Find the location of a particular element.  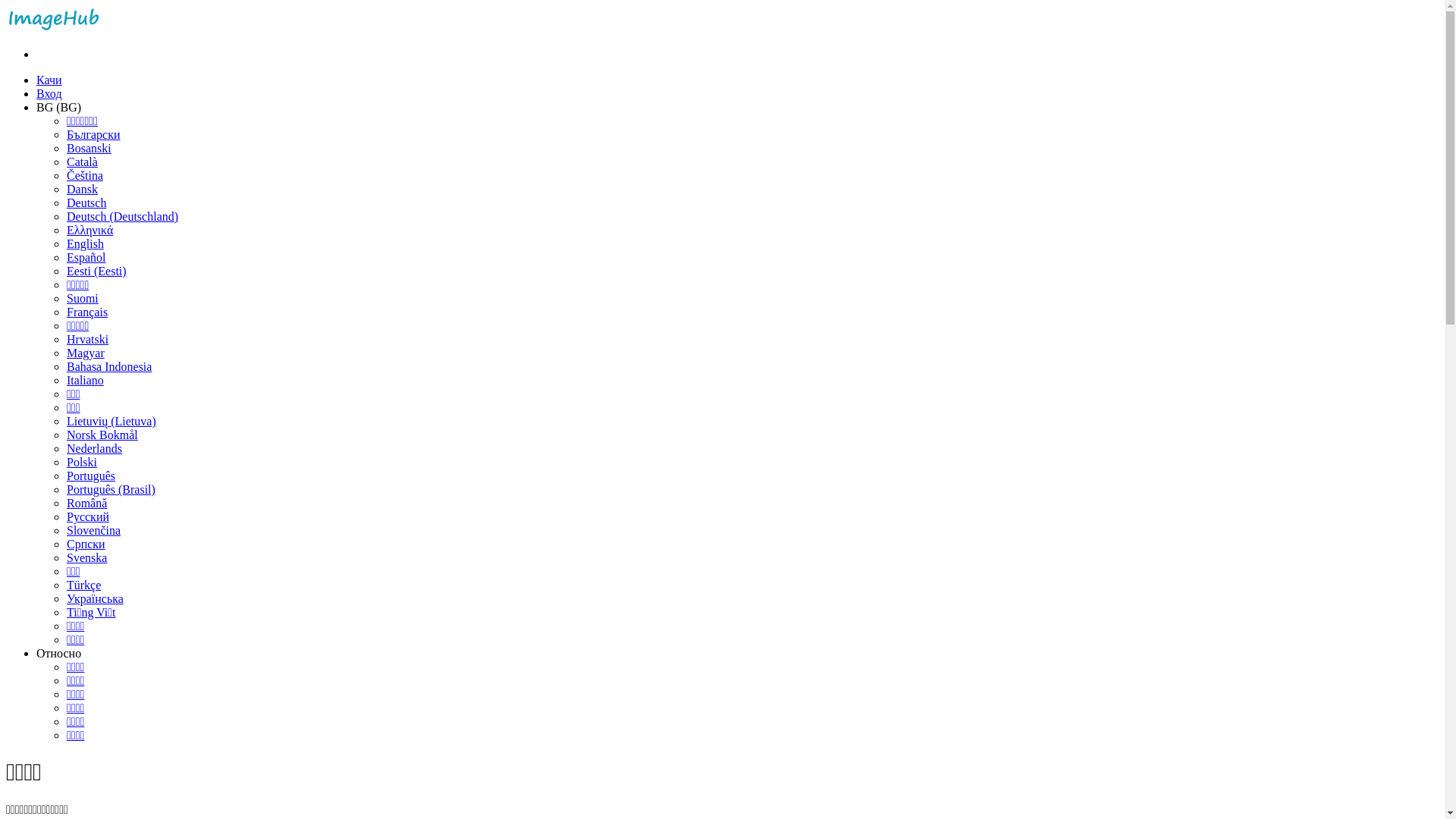

'Svenska' is located at coordinates (86, 557).